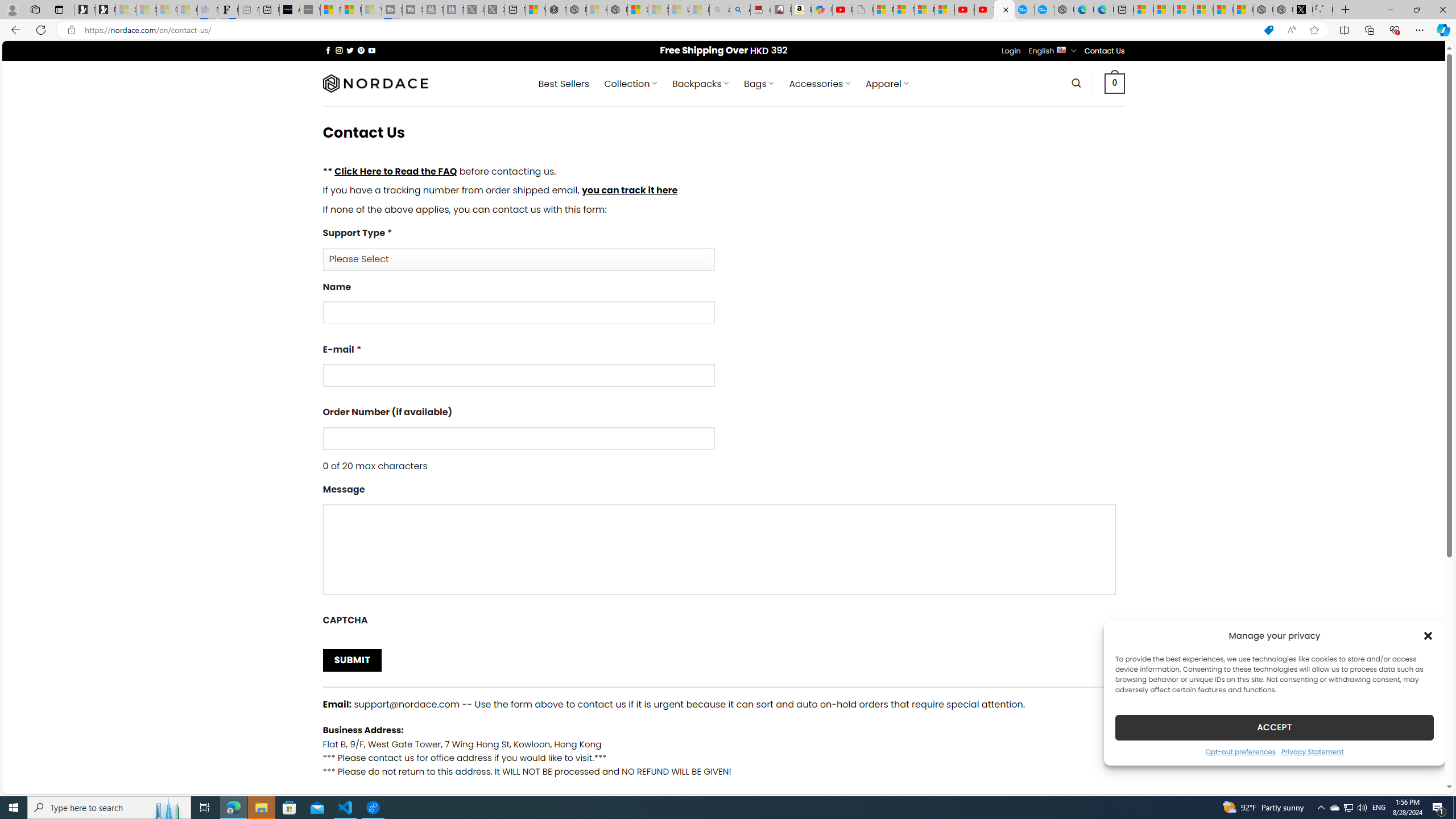  What do you see at coordinates (328, 50) in the screenshot?
I see `'Follow on Facebook'` at bounding box center [328, 50].